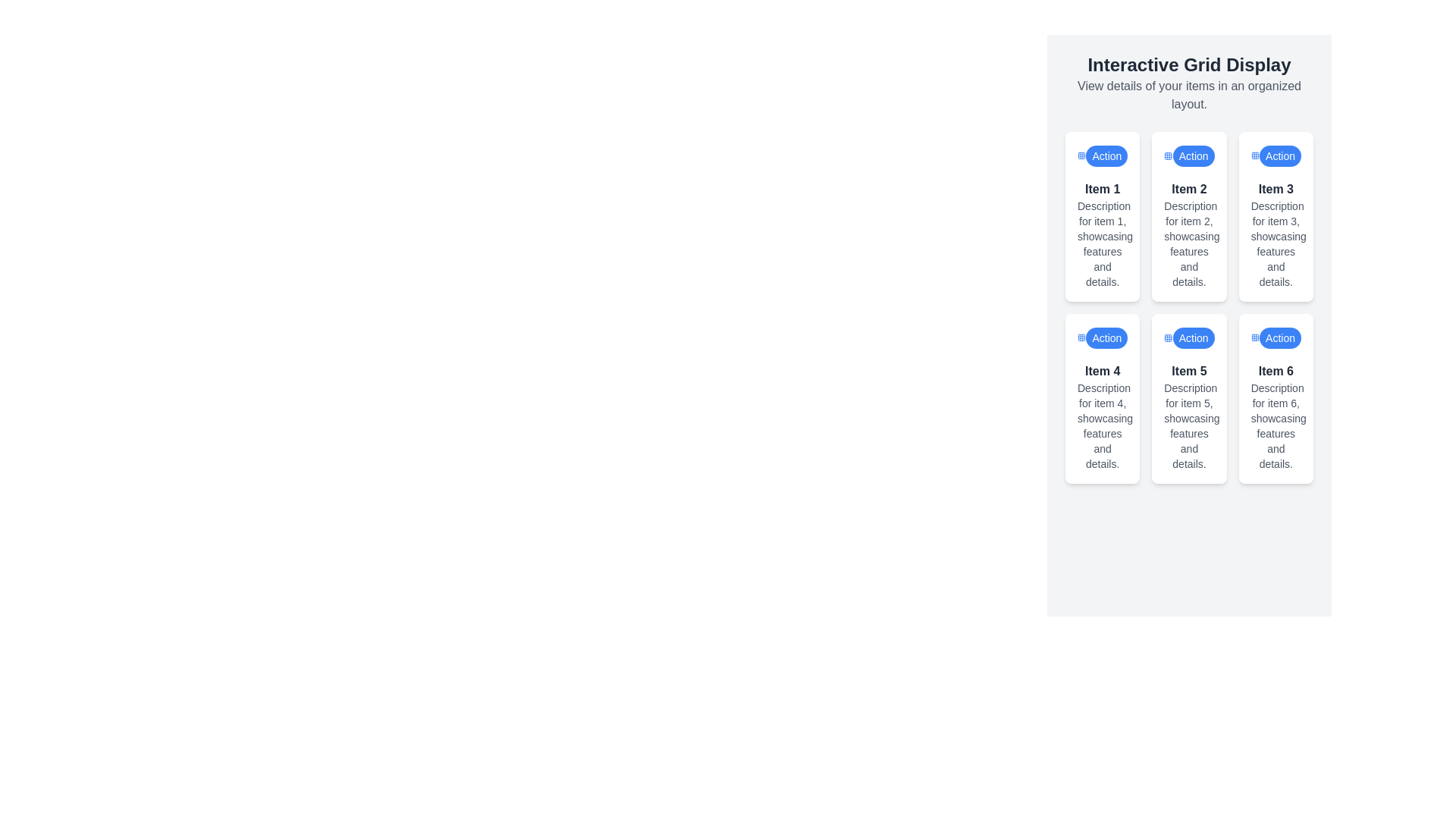  What do you see at coordinates (1081, 155) in the screenshot?
I see `the small grid icon located to the left of the 'Action' text inside the button for 'Item 1'. This icon features a 3x3 grid pattern with blue accent coloring, indicating its association with an action or menu` at bounding box center [1081, 155].